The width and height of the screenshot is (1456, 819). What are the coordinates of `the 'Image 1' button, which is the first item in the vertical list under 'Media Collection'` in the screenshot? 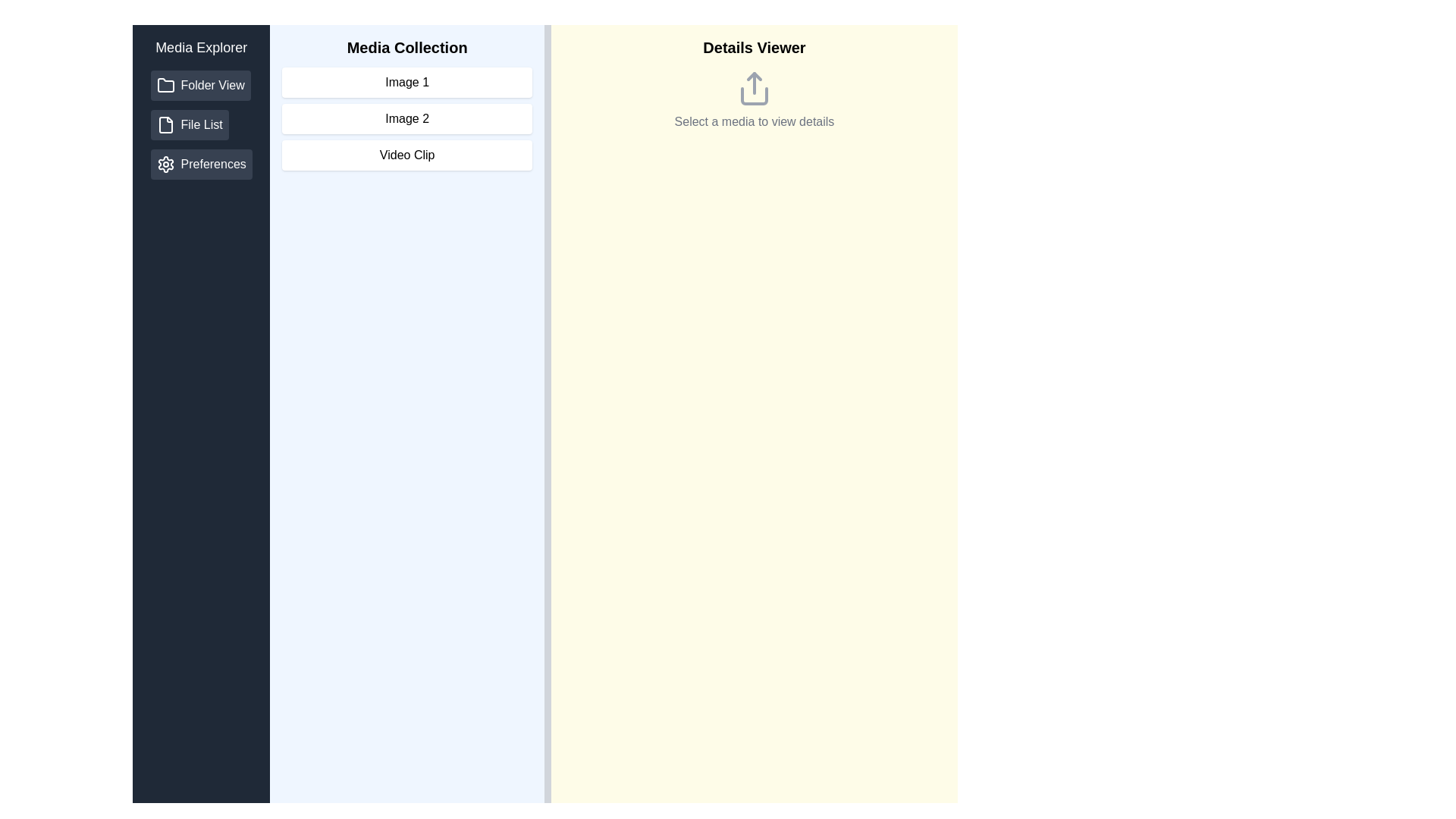 It's located at (407, 82).